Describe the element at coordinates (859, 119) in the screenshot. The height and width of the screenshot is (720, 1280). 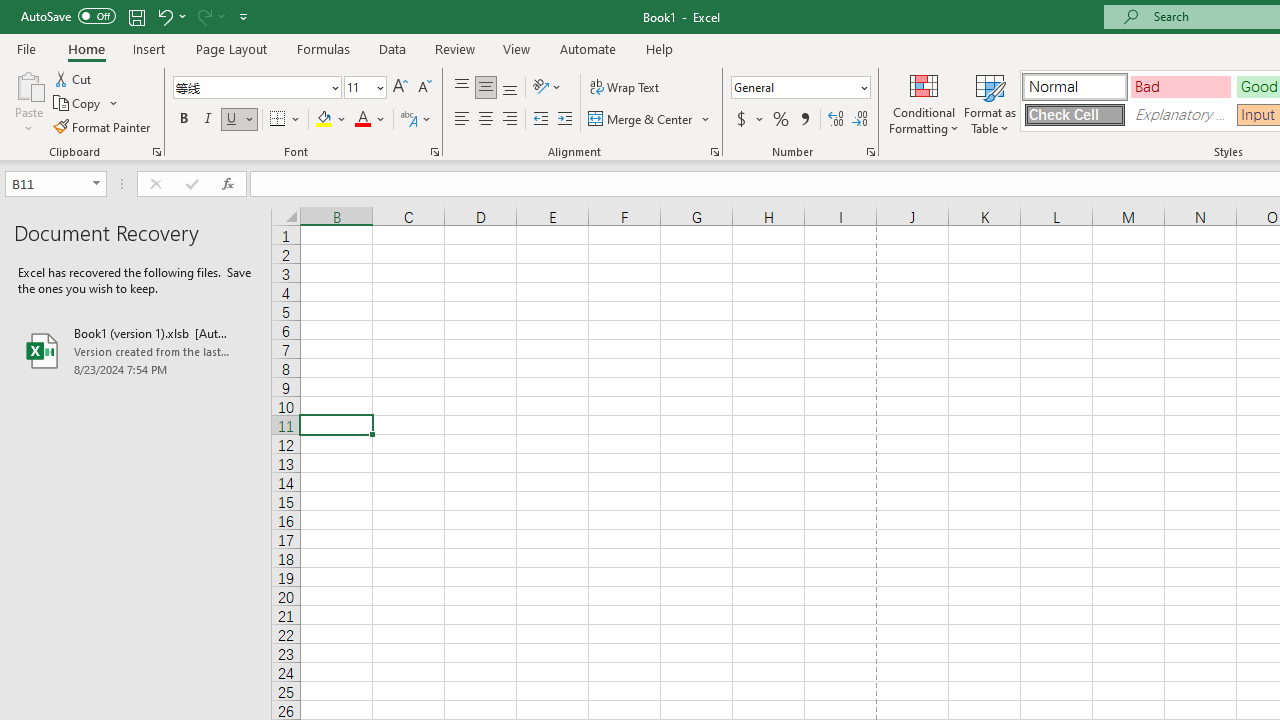
I see `'Decrease Decimal'` at that location.